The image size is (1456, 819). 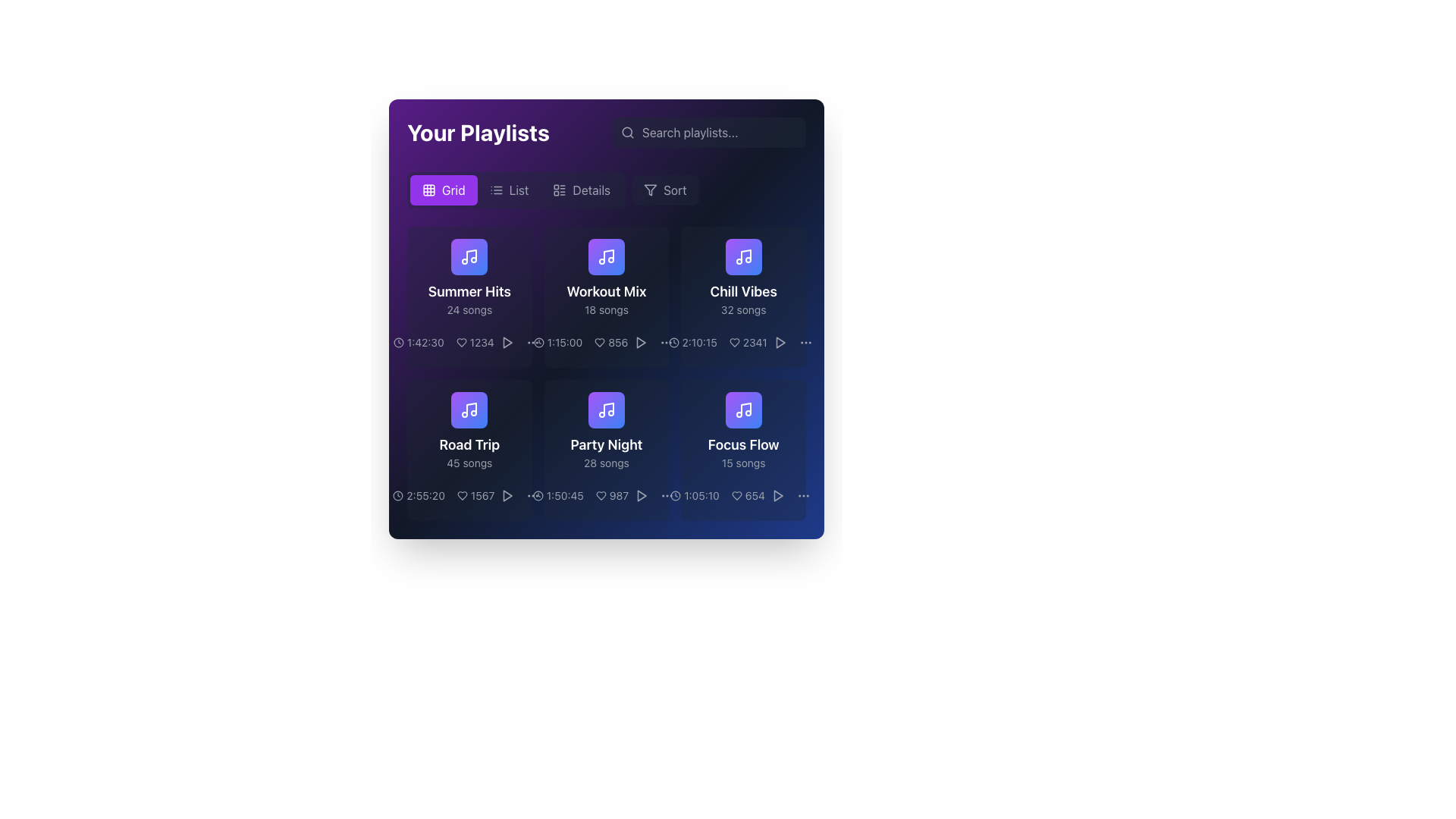 I want to click on the 'Grid' layout toggle button icon located in the top-left corner of the playlist interface, so click(x=428, y=189).